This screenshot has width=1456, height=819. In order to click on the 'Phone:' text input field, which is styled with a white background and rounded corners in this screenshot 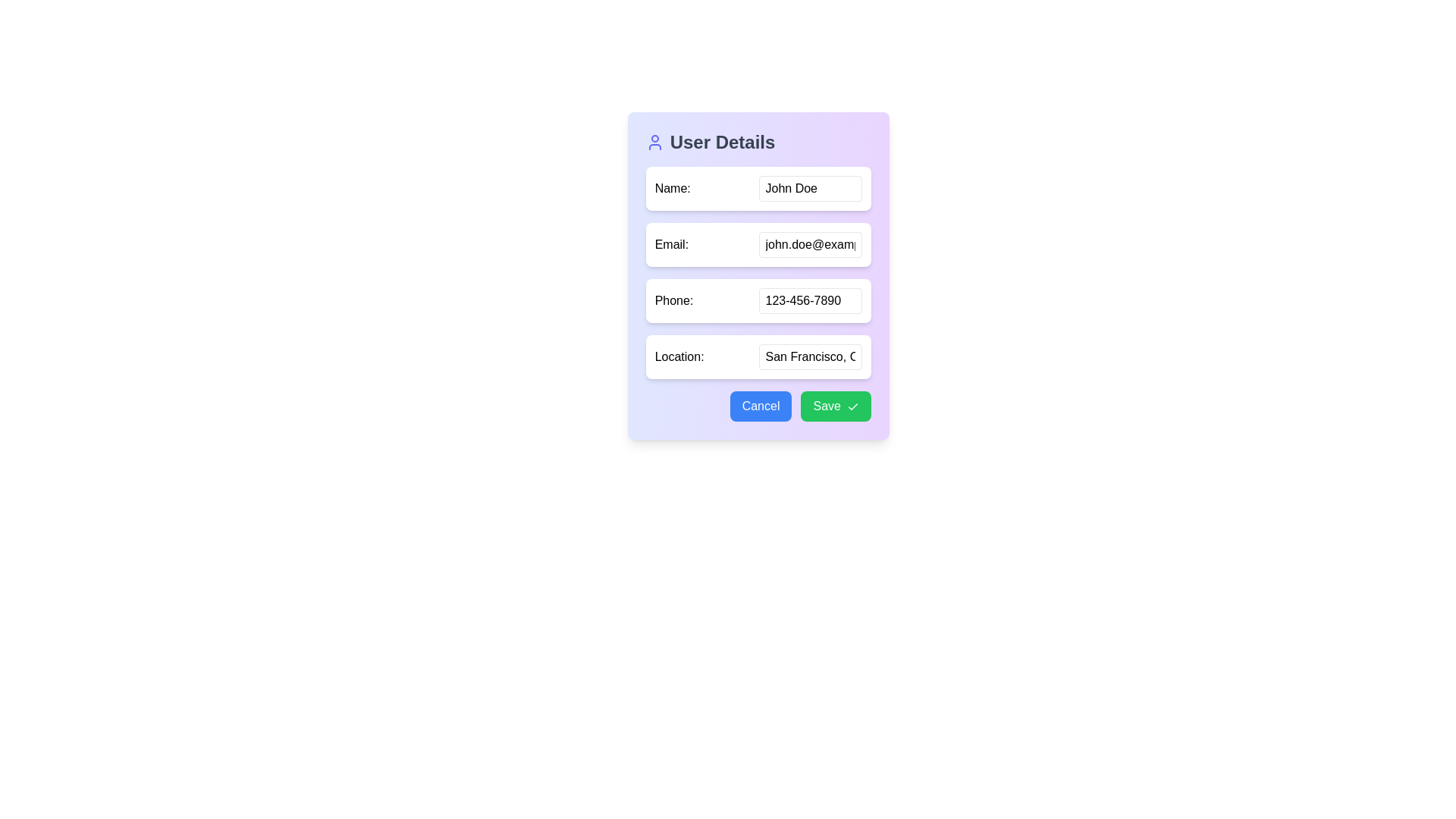, I will do `click(758, 275)`.